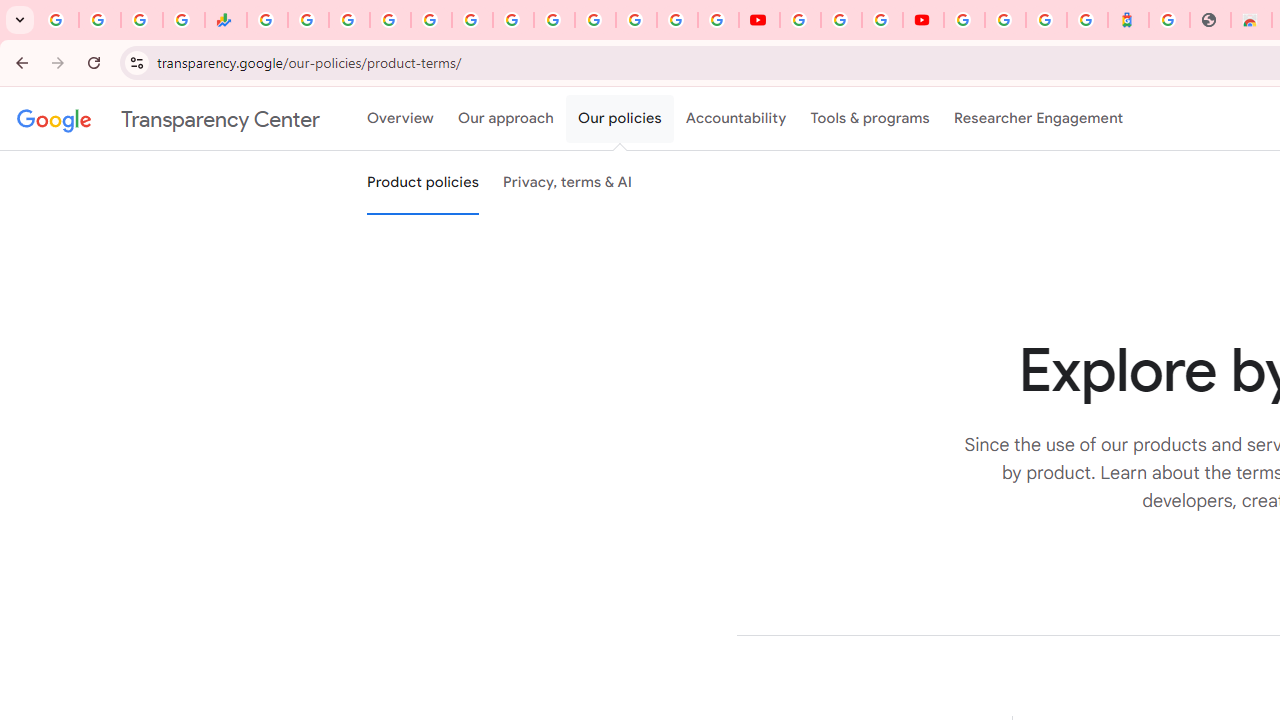 The height and width of the screenshot is (720, 1280). I want to click on 'Accountability', so click(735, 119).